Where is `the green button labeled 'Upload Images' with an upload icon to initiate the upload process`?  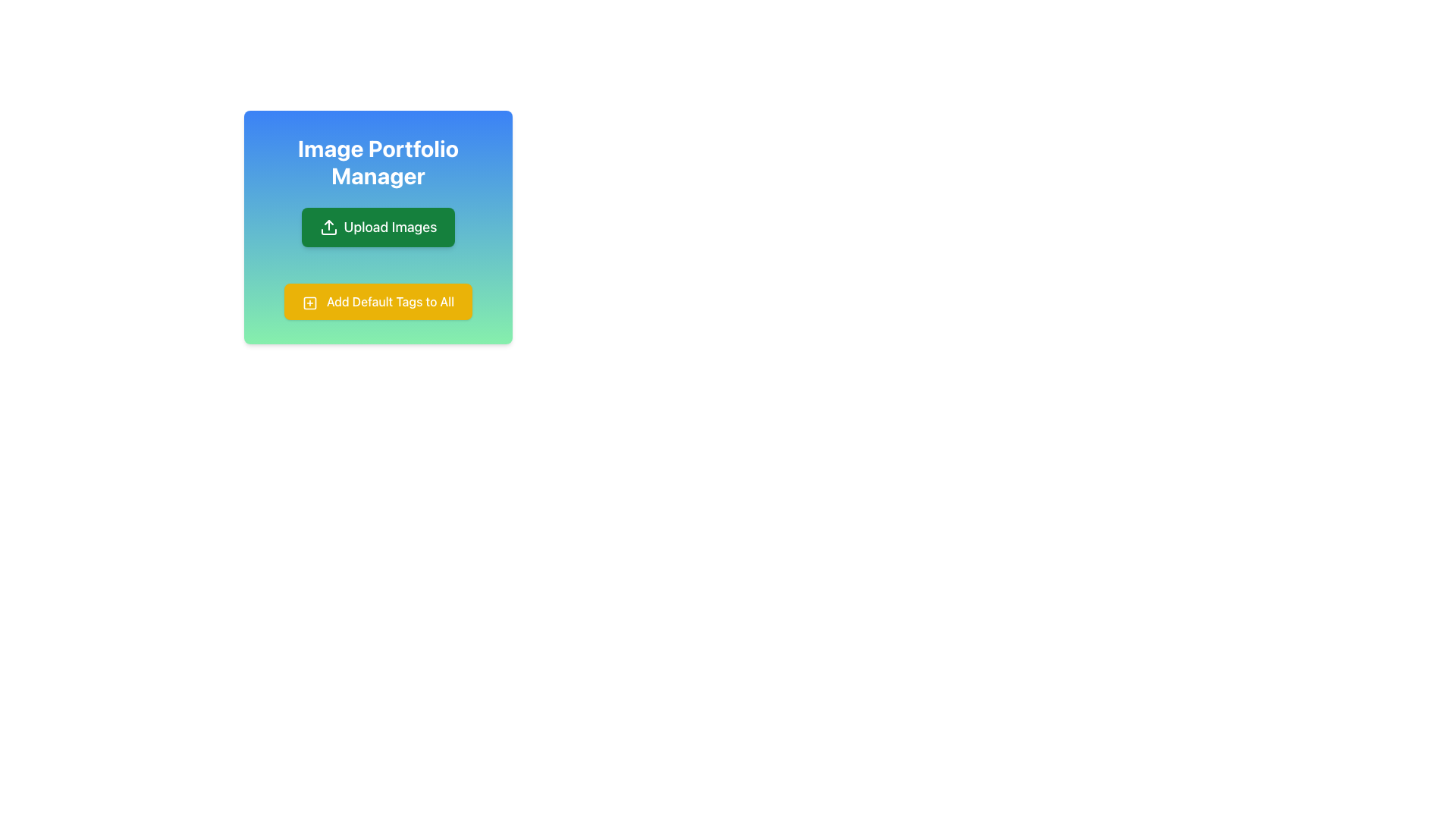 the green button labeled 'Upload Images' with an upload icon to initiate the upload process is located at coordinates (328, 227).